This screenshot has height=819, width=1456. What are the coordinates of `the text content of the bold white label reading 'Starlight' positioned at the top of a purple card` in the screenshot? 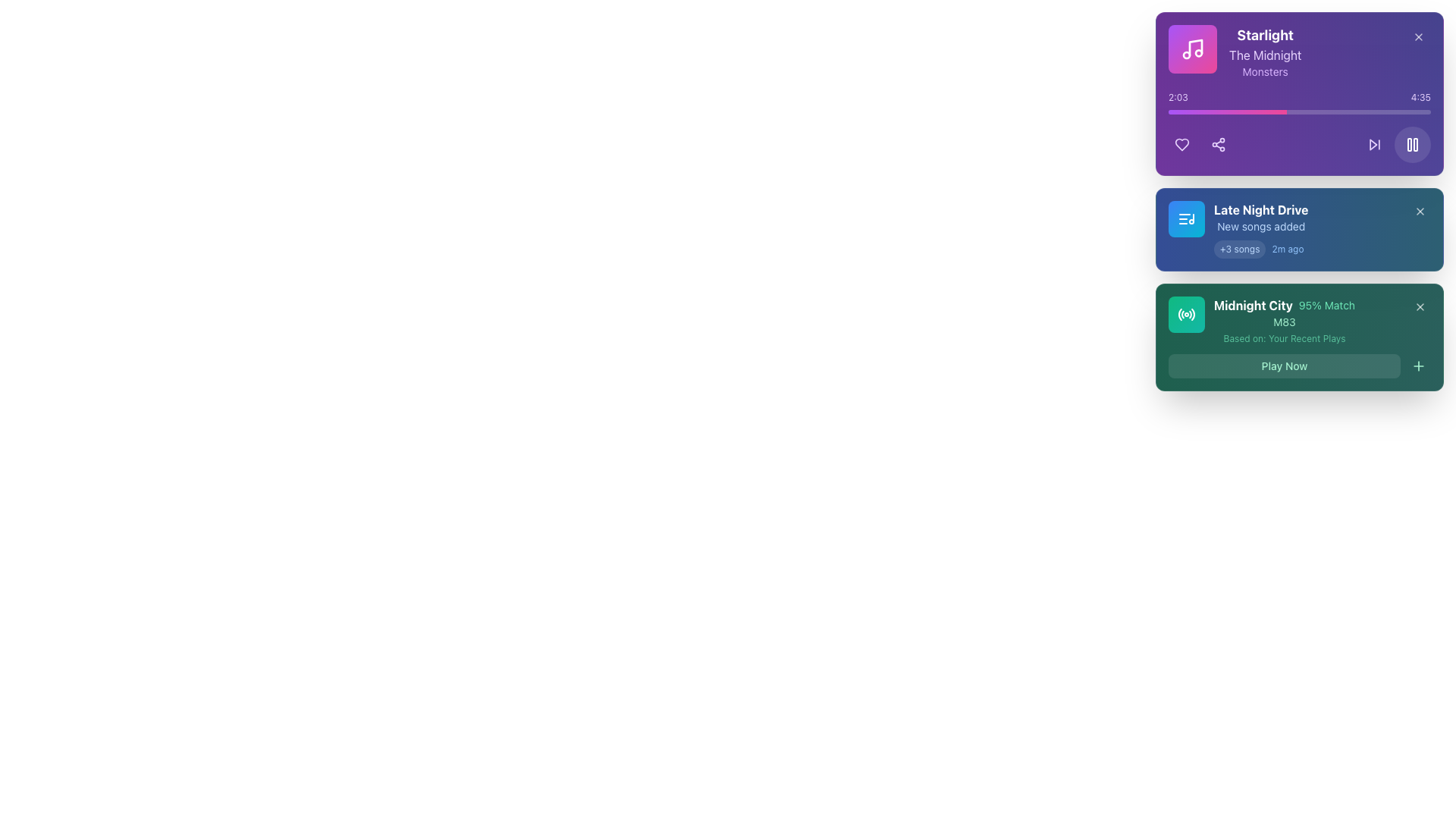 It's located at (1265, 34).